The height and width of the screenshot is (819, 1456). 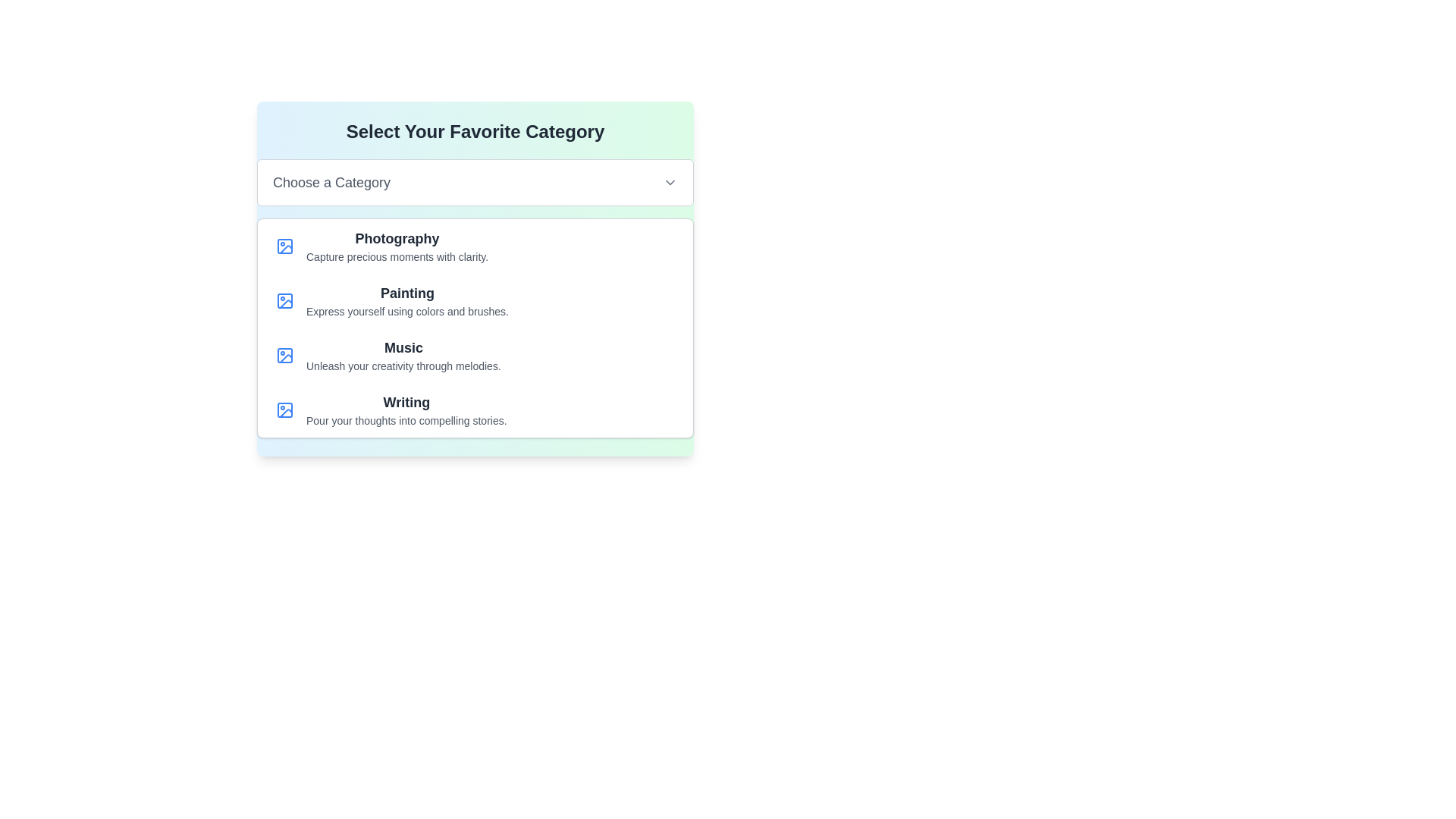 I want to click on descriptive text located below the bolded title 'Painting' within the category card to understand the details about the category, so click(x=407, y=311).